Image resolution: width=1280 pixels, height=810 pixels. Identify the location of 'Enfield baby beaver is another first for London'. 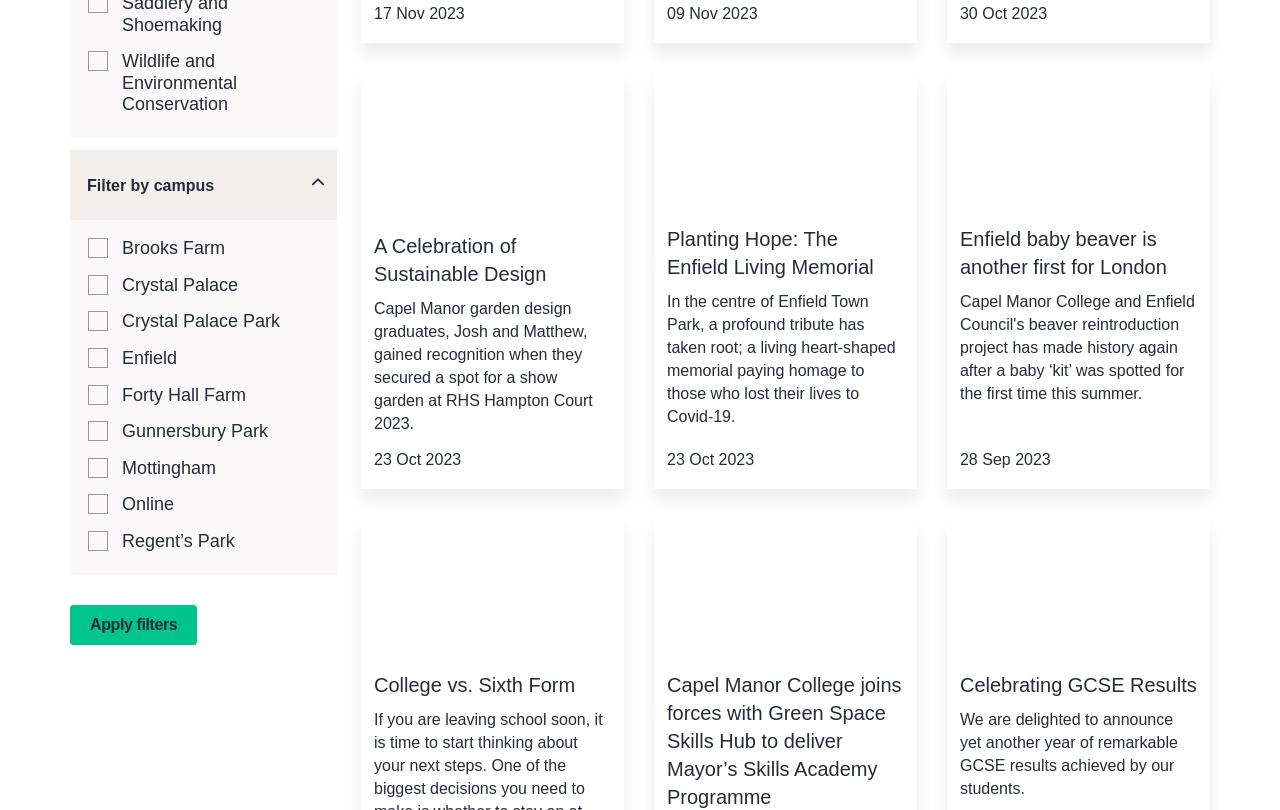
(957, 251).